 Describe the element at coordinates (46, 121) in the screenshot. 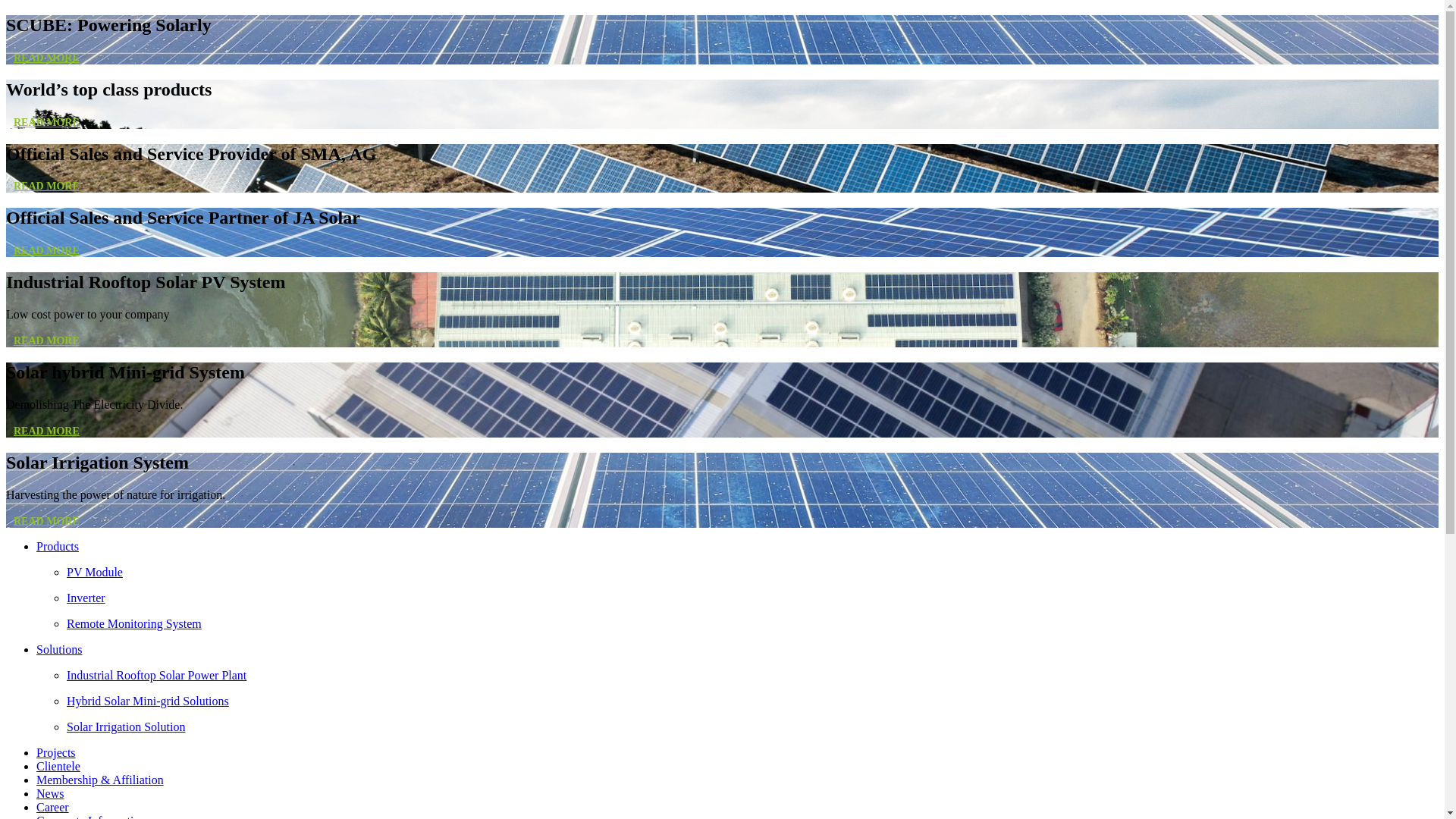

I see `'READ MORE'` at that location.